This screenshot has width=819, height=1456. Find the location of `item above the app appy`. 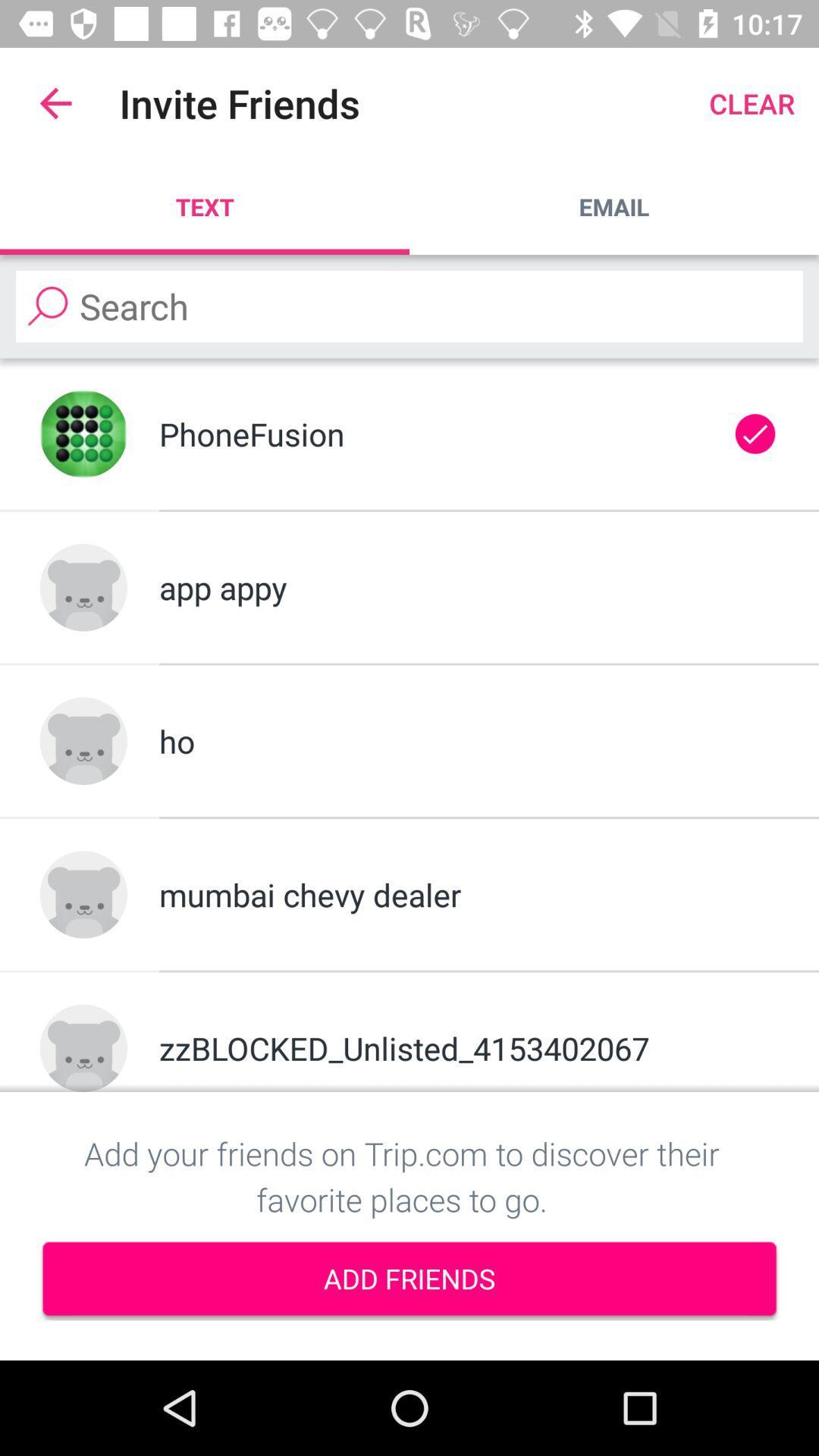

item above the app appy is located at coordinates (435, 433).